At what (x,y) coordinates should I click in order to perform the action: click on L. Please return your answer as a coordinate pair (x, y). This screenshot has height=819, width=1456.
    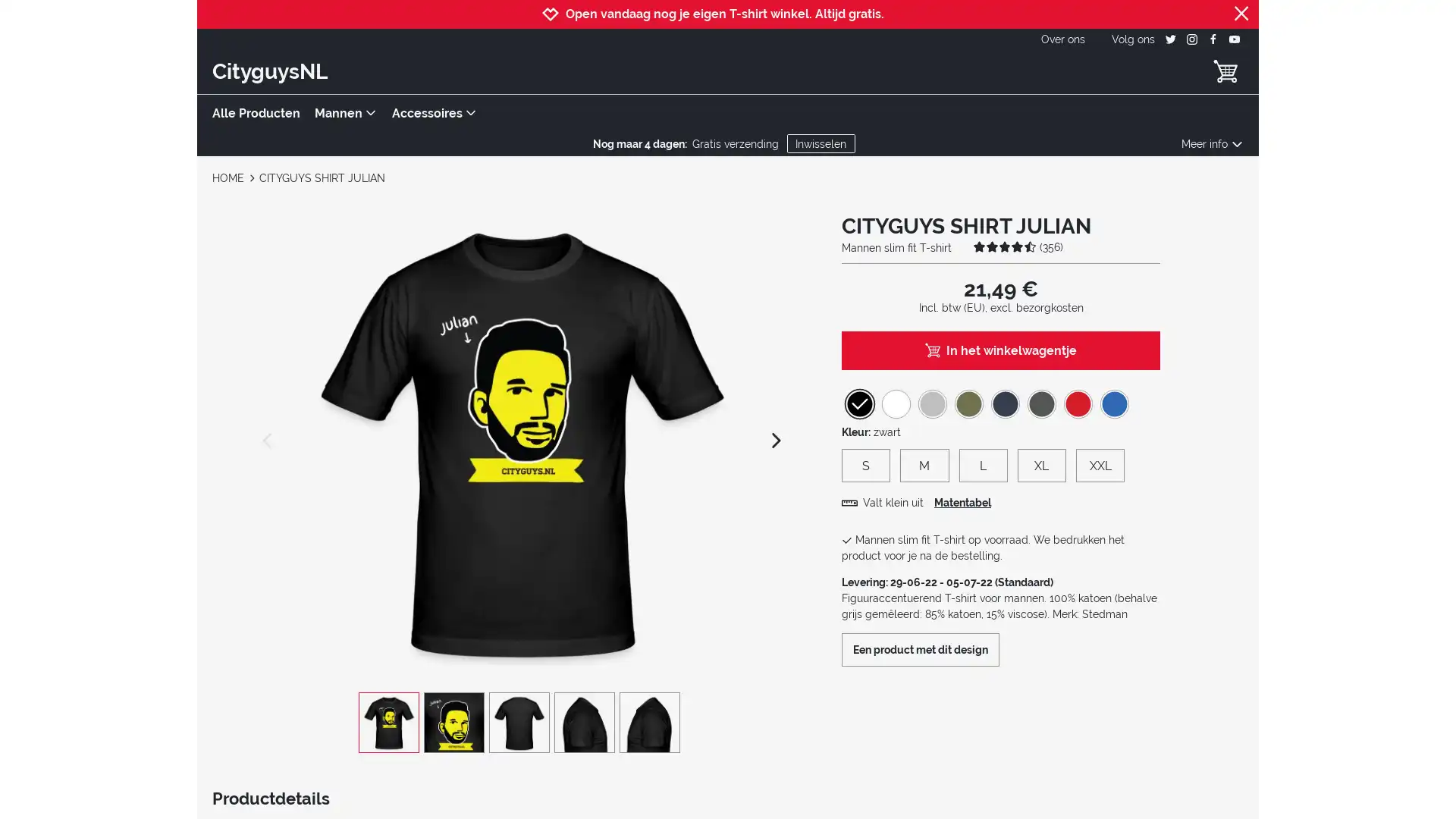
    Looking at the image, I should click on (983, 464).